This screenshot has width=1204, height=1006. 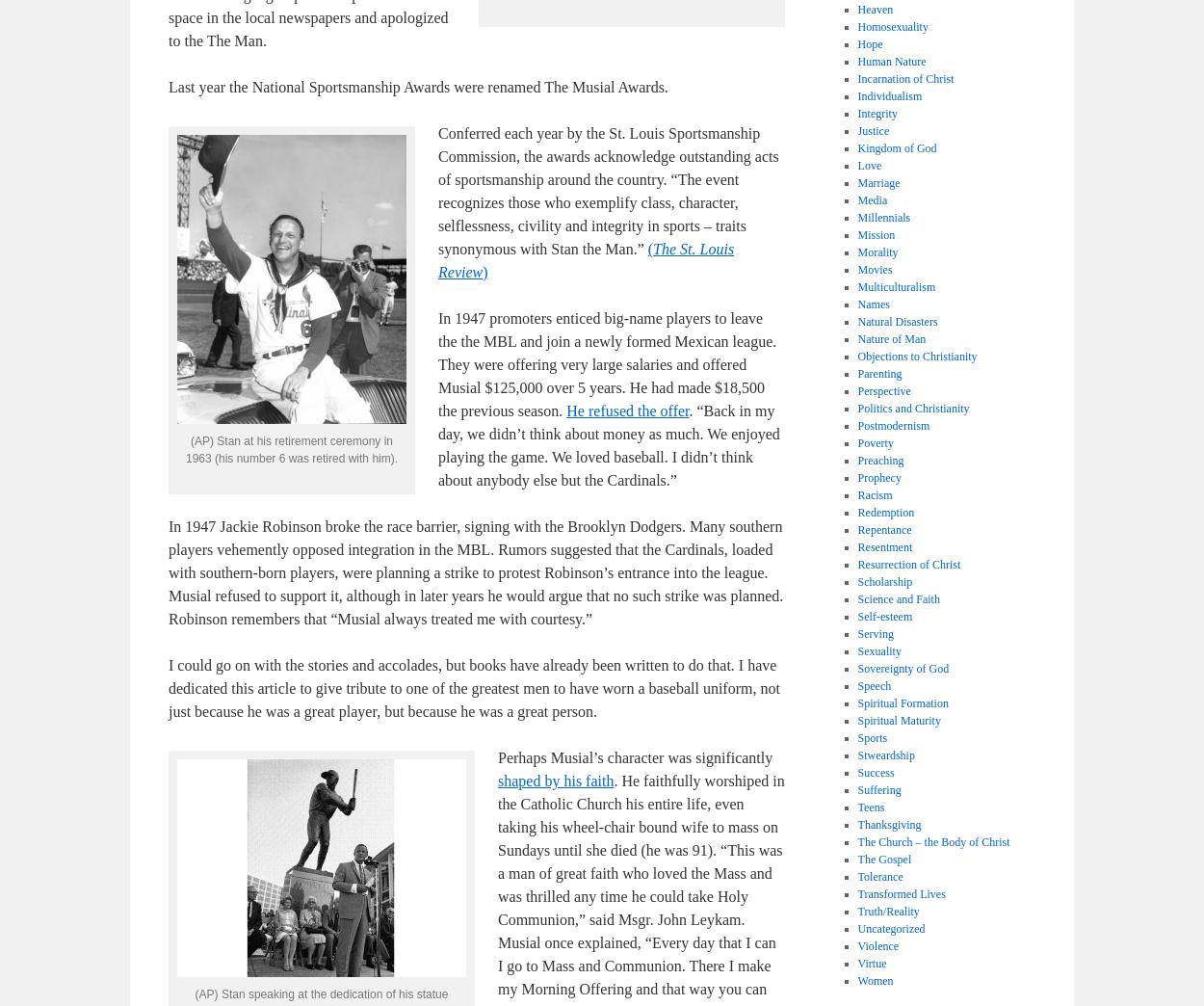 I want to click on 'Natural Disasters', so click(x=857, y=321).